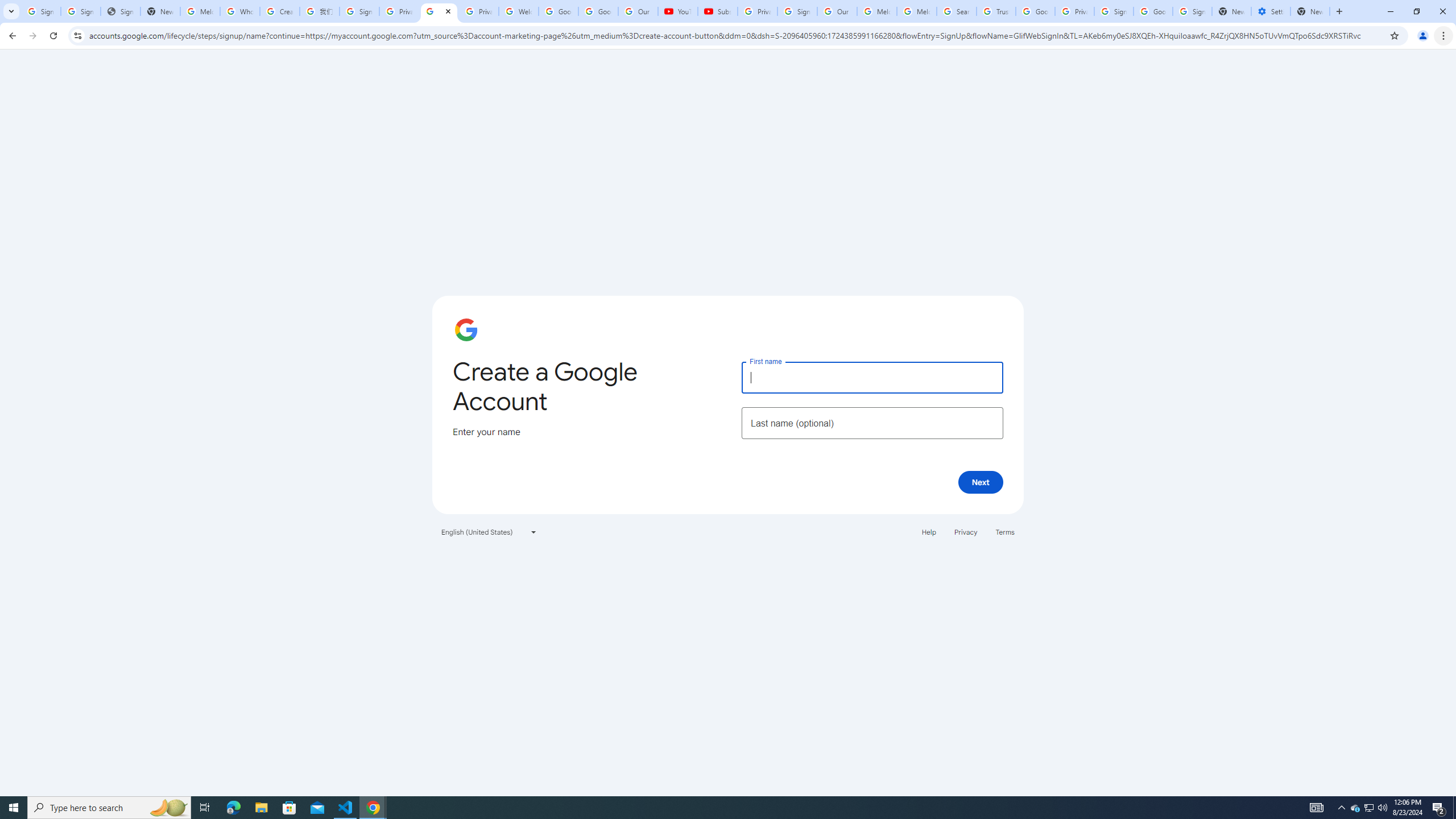 The image size is (1456, 819). Describe the element at coordinates (677, 11) in the screenshot. I see `'YouTube'` at that location.